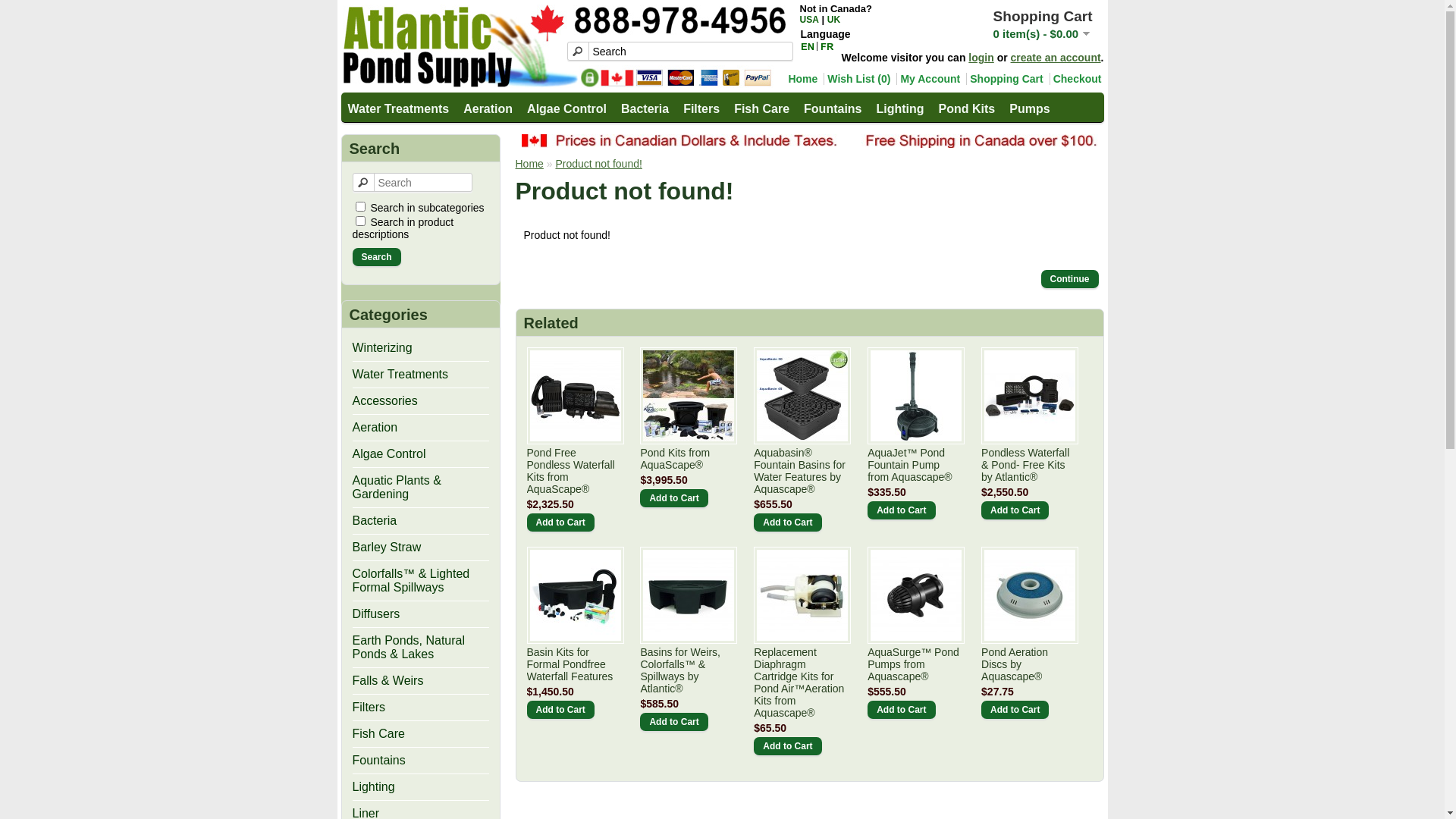  I want to click on 'Pond Kits', so click(965, 106).